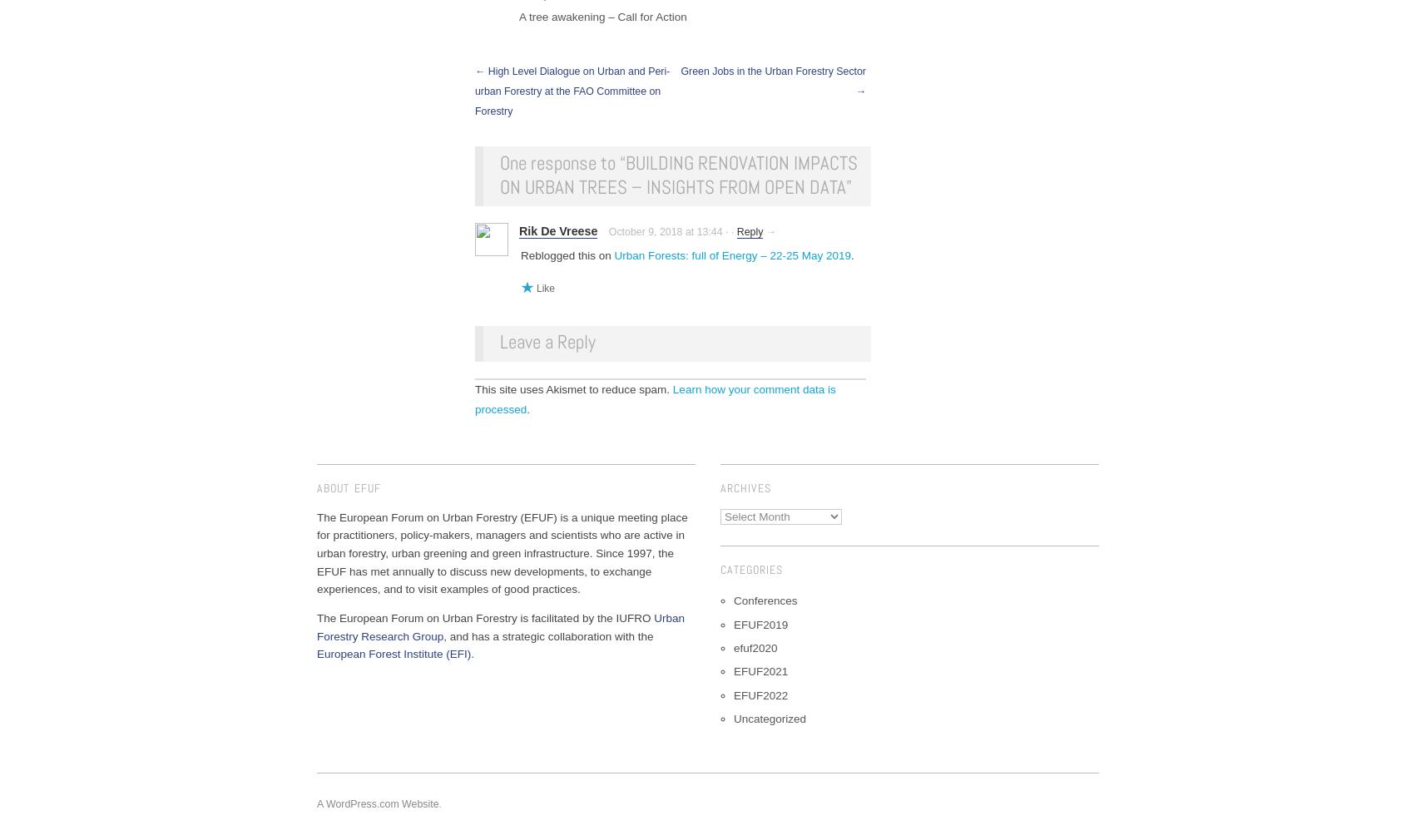  What do you see at coordinates (760, 623) in the screenshot?
I see `'EFUF2019'` at bounding box center [760, 623].